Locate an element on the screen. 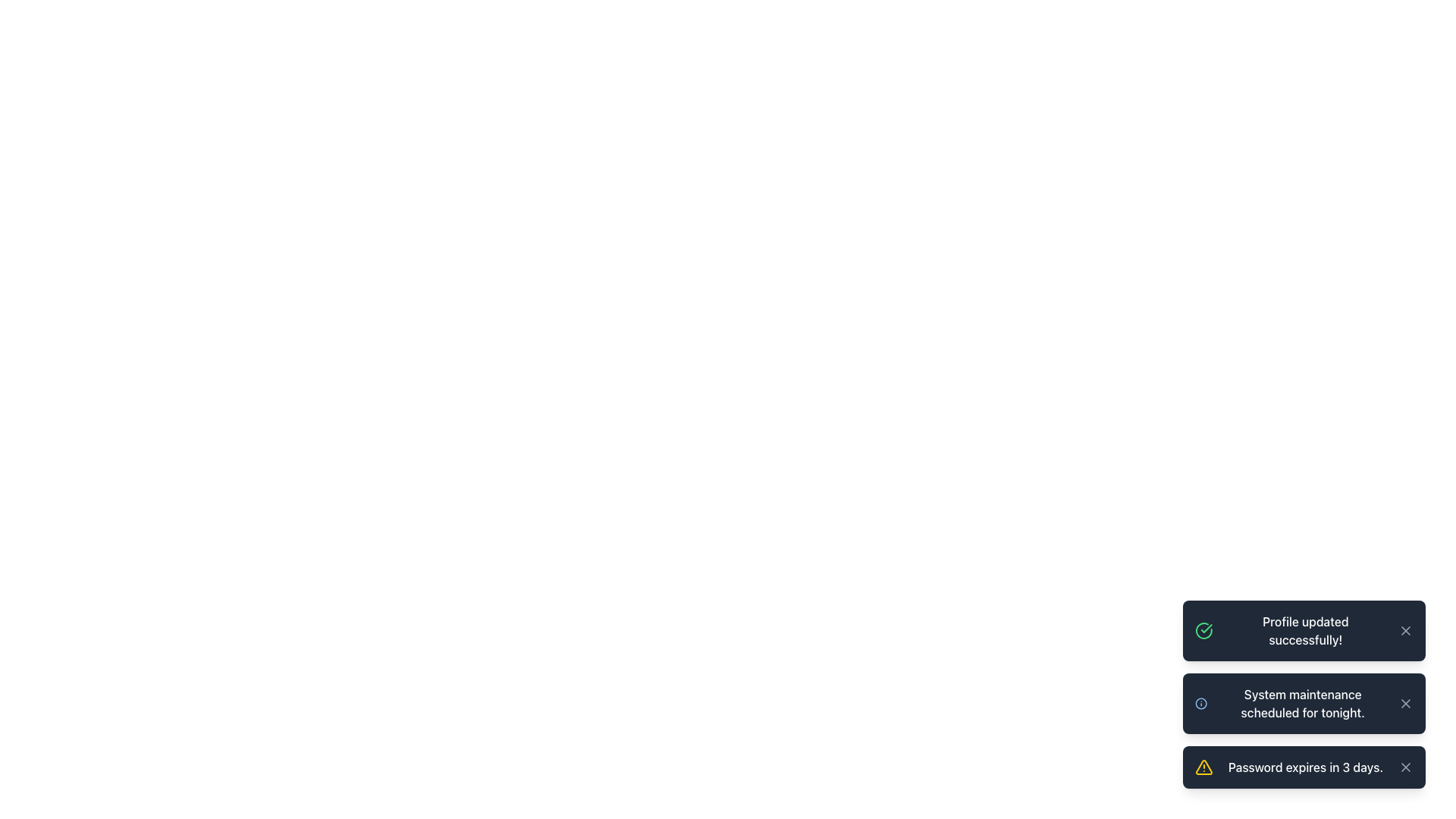 The height and width of the screenshot is (819, 1456). the left-most icon in the notification card that indicates the type or importance of the message 'System maintenance scheduled for tonight.' is located at coordinates (1200, 704).